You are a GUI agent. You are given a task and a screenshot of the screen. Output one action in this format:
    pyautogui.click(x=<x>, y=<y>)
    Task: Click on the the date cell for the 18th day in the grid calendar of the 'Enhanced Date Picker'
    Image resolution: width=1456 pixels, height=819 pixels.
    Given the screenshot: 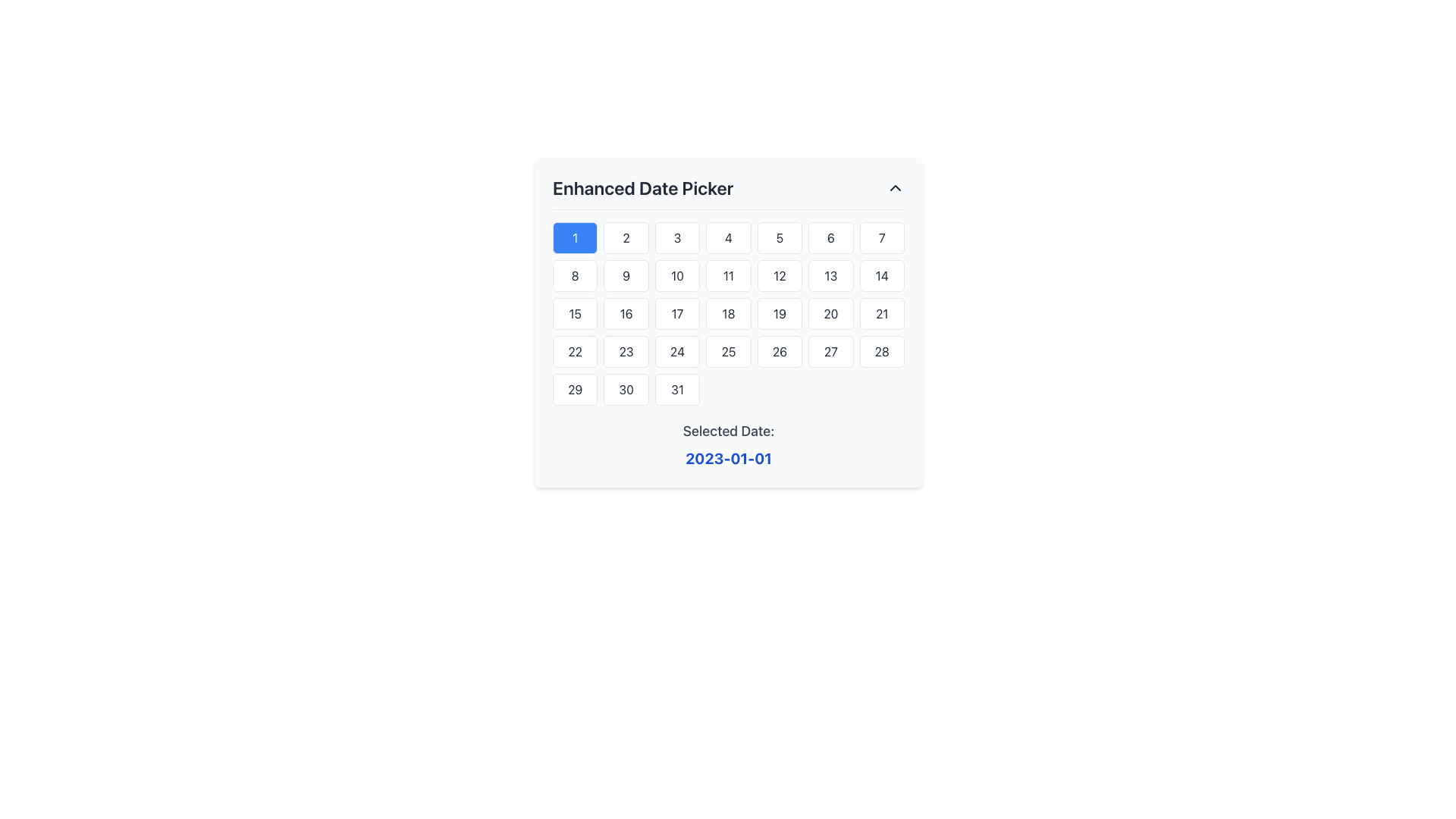 What is the action you would take?
    pyautogui.click(x=728, y=312)
    